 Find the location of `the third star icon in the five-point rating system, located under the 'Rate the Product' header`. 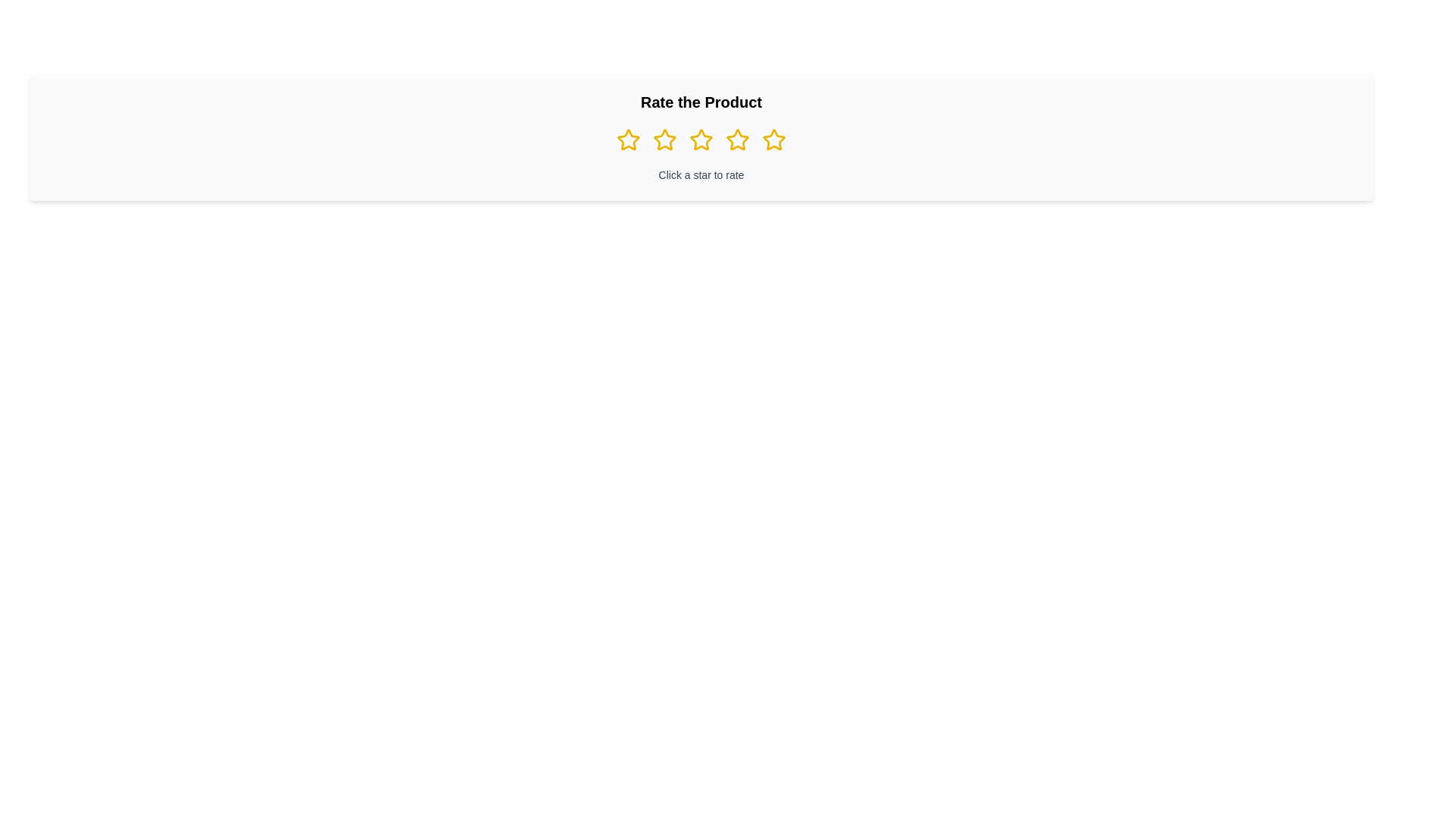

the third star icon in the five-point rating system, located under the 'Rate the Product' header is located at coordinates (701, 140).